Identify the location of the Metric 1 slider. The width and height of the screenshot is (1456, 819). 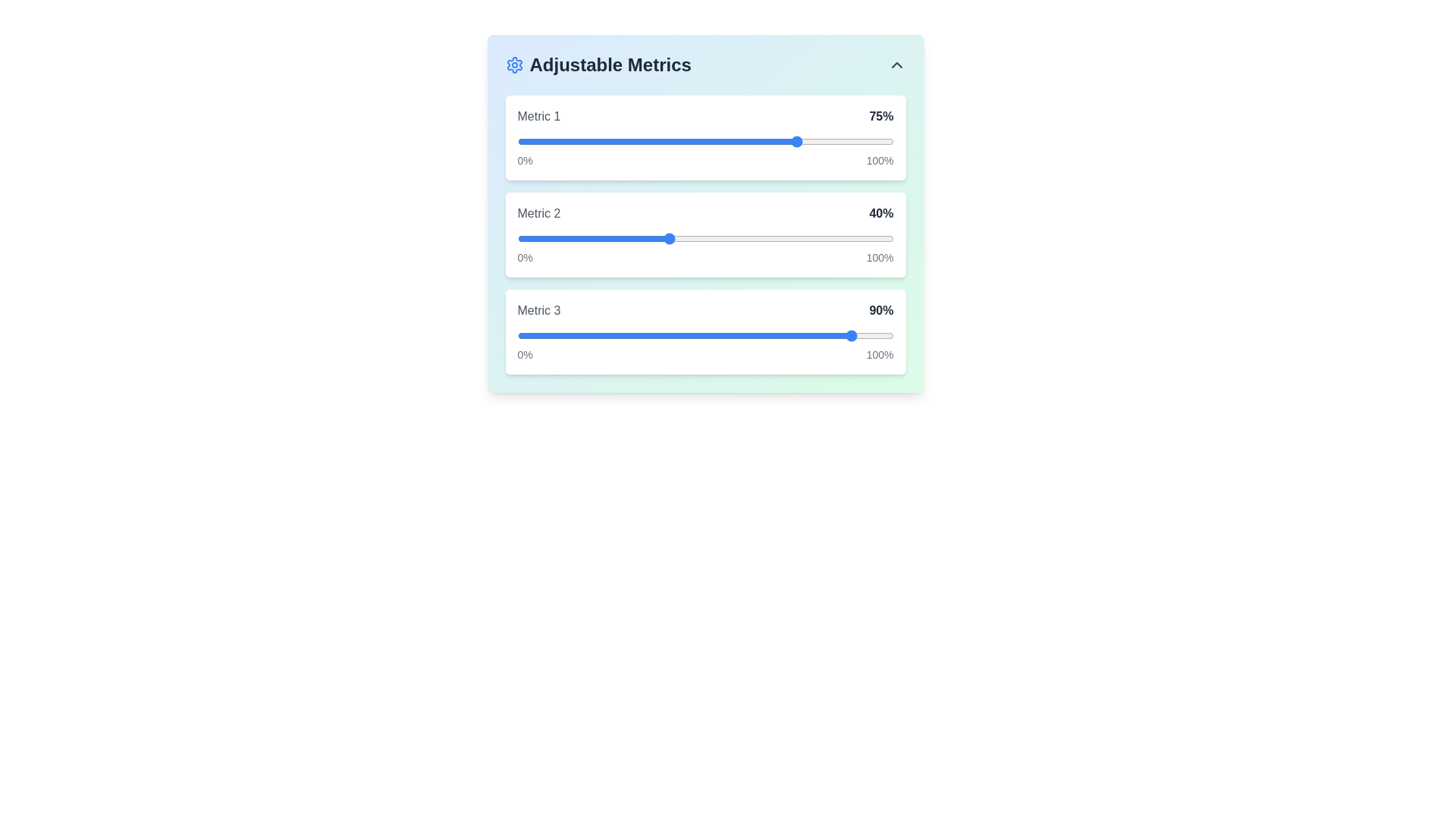
(630, 141).